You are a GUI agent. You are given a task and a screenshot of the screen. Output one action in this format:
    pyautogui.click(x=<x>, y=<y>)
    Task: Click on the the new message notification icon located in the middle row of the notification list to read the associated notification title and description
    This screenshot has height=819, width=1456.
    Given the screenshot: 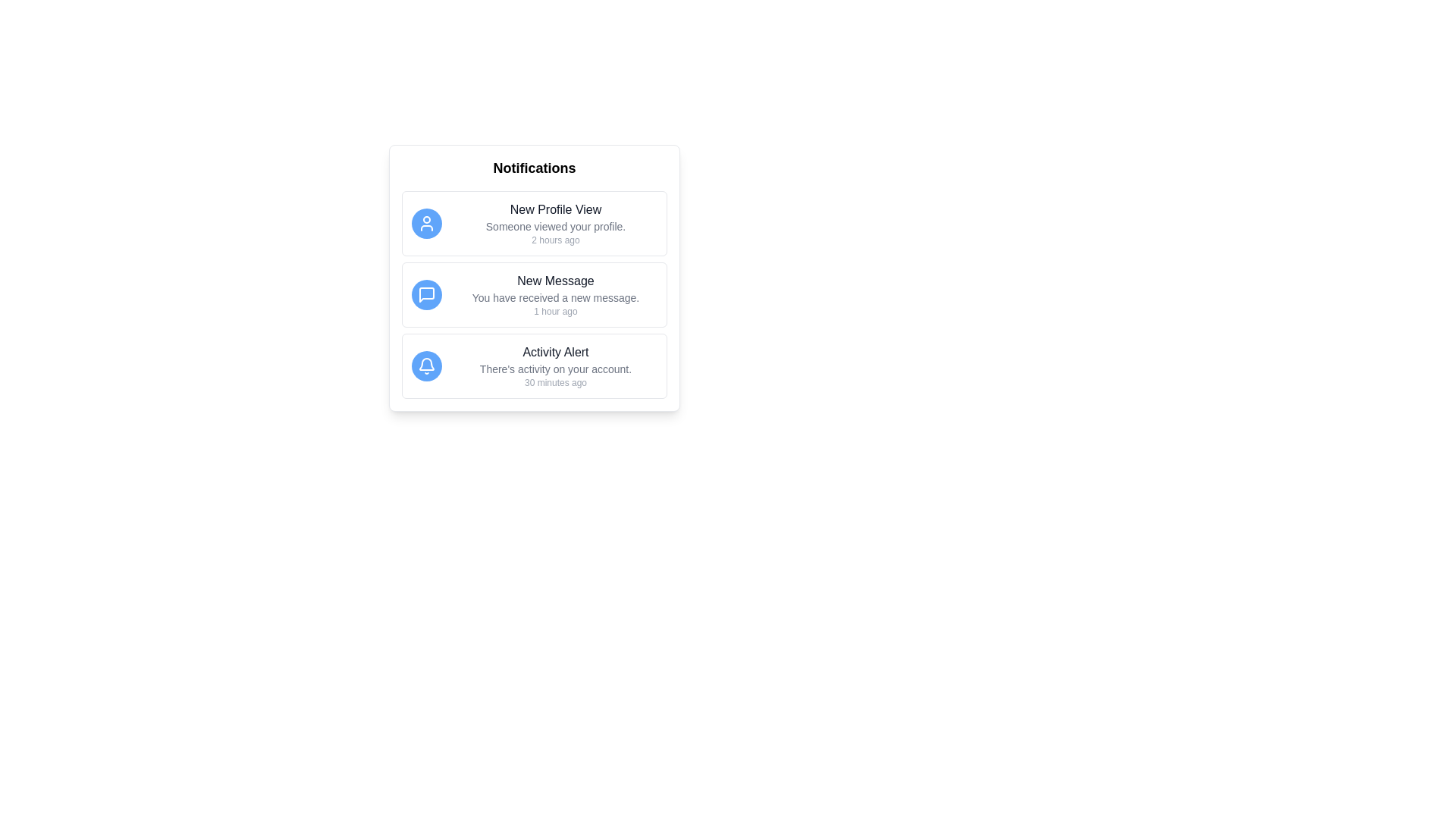 What is the action you would take?
    pyautogui.click(x=425, y=295)
    